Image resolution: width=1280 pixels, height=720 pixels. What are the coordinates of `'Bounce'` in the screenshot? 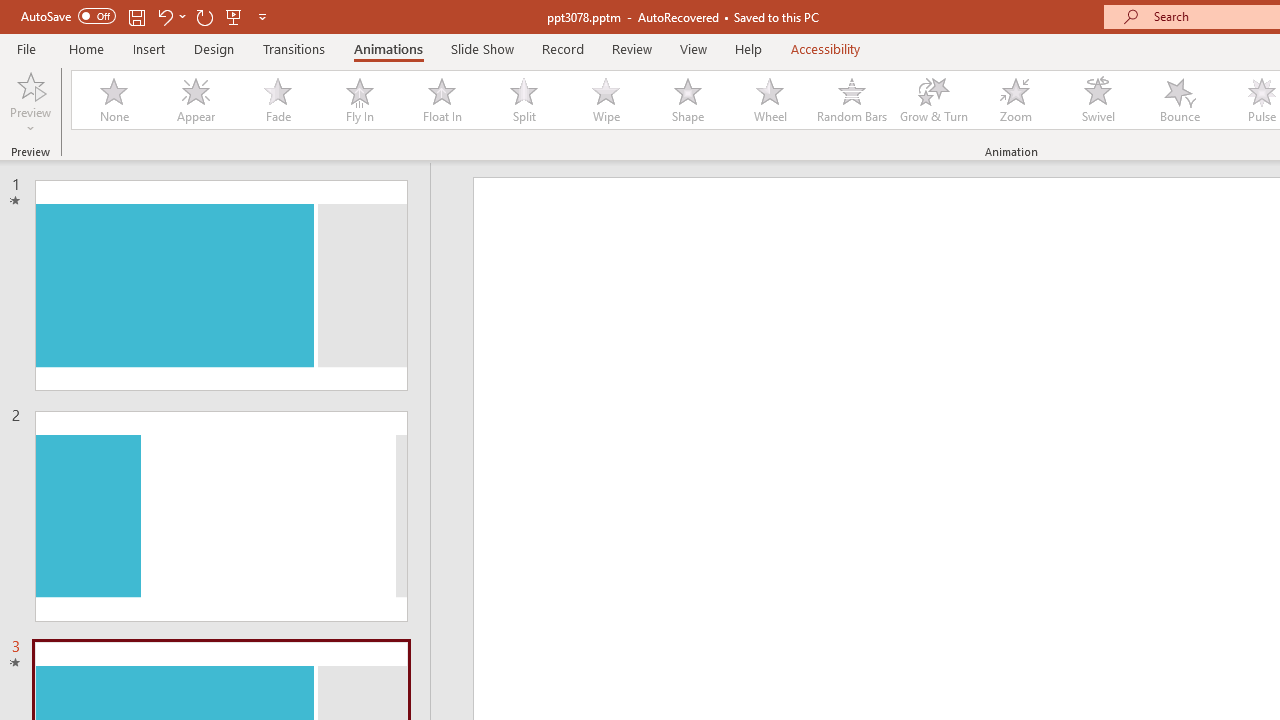 It's located at (1180, 100).